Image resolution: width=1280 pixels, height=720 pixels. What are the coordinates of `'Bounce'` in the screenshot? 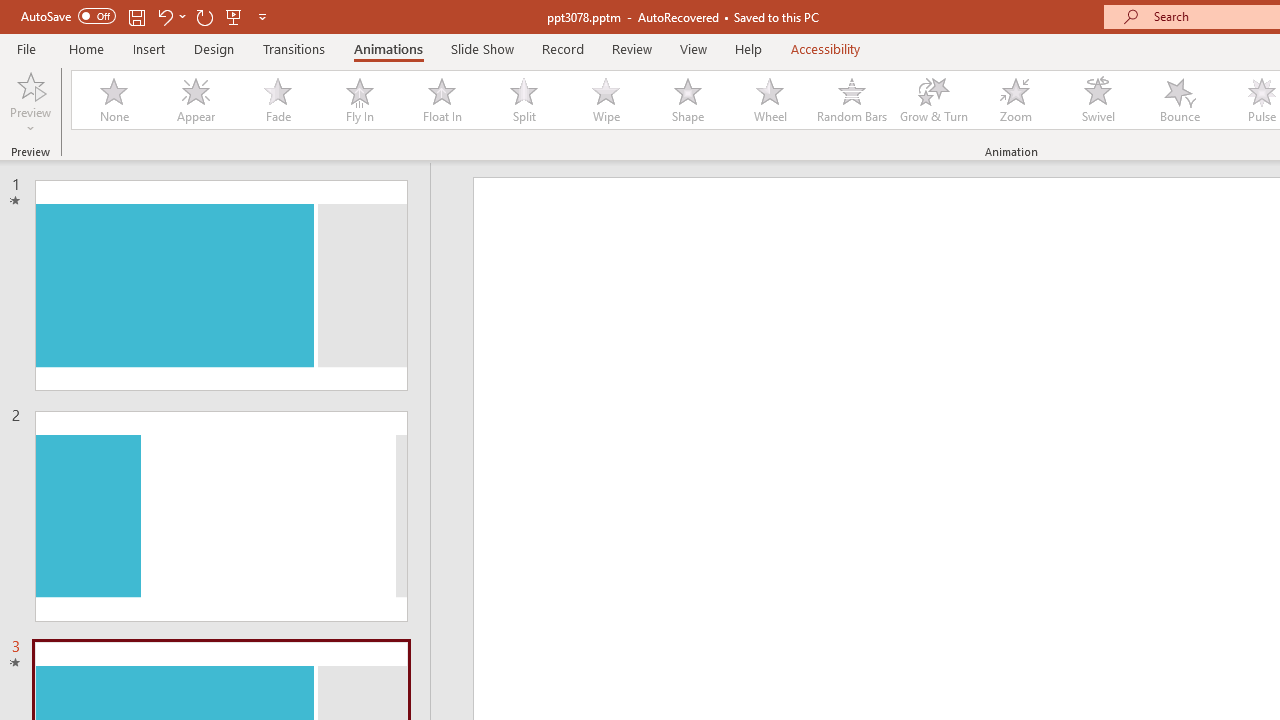 It's located at (1180, 100).